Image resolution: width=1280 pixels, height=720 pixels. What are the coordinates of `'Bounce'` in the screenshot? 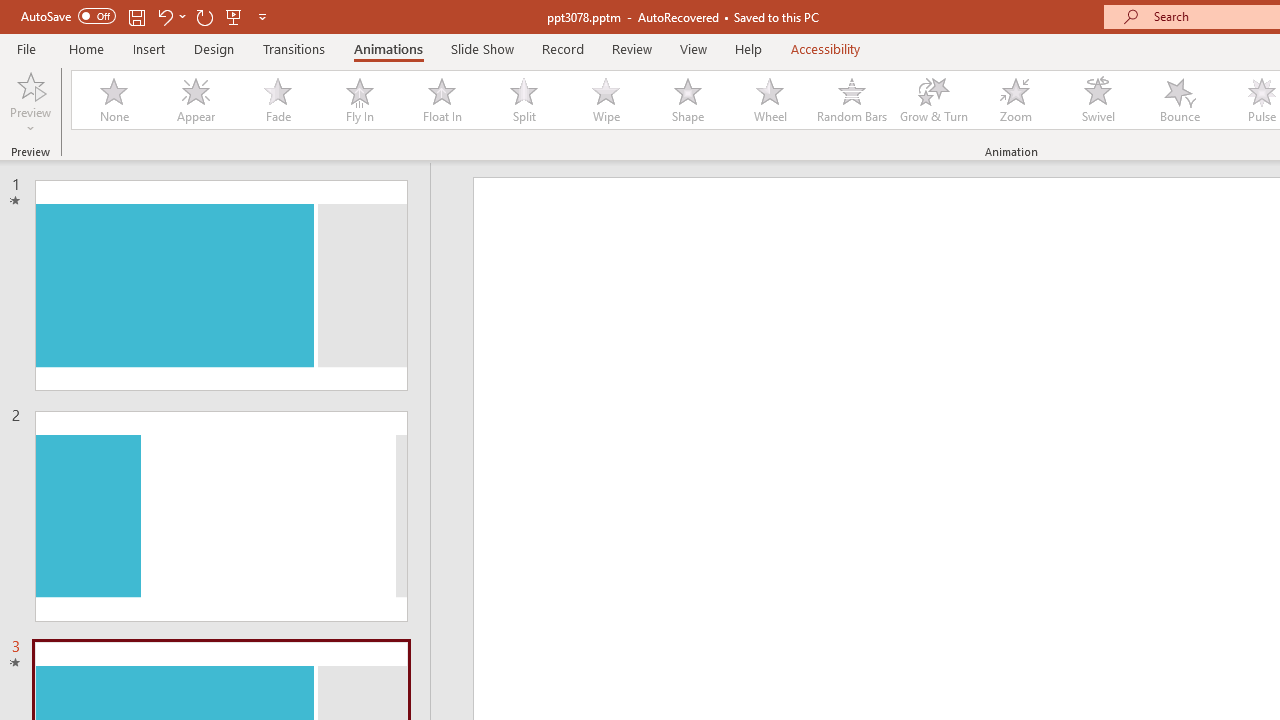 It's located at (1180, 100).